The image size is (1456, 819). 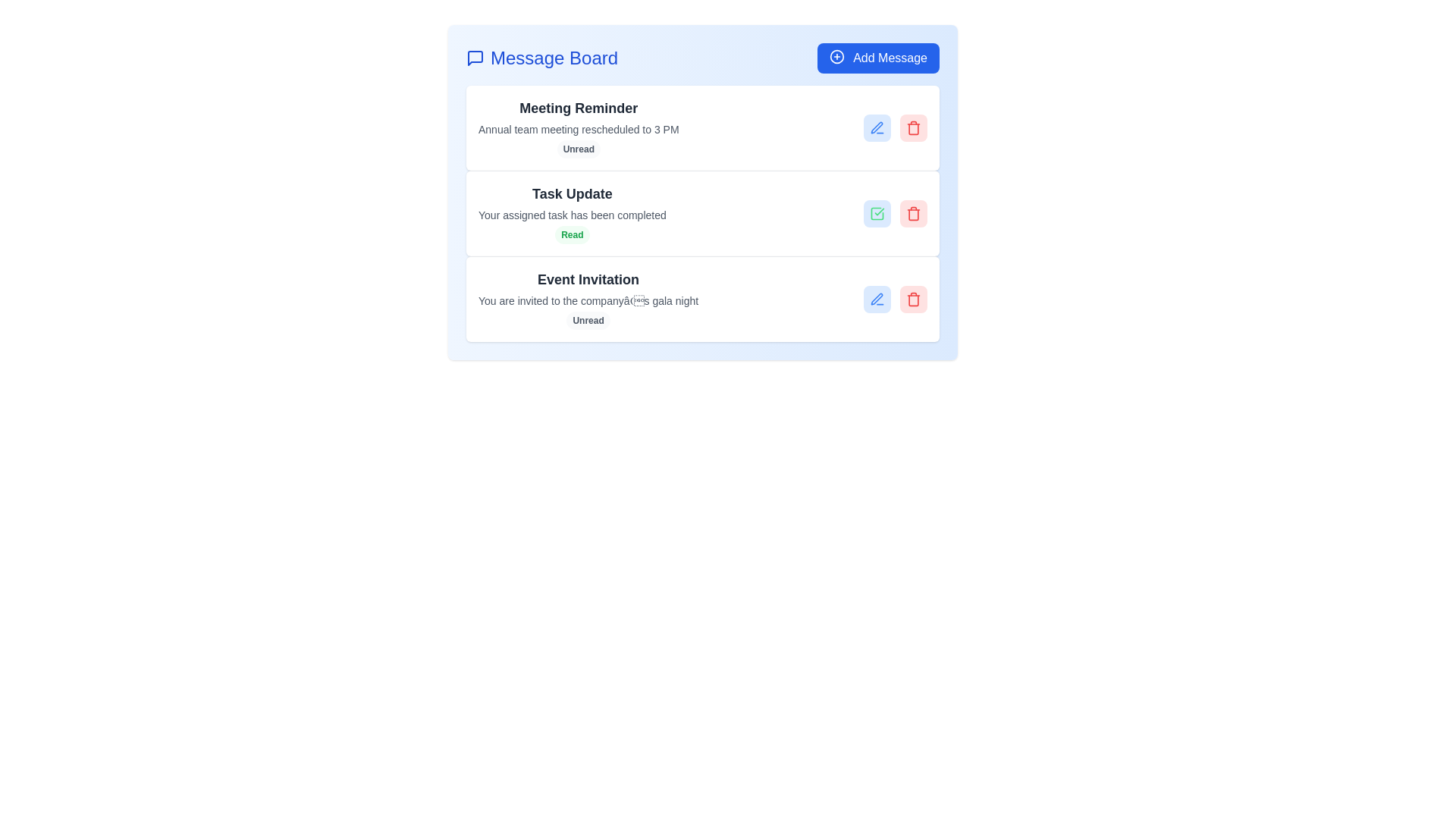 What do you see at coordinates (877, 299) in the screenshot?
I see `the blue pen-line icon embedded within the button in the 'Event Invitation' row to initiate editing` at bounding box center [877, 299].